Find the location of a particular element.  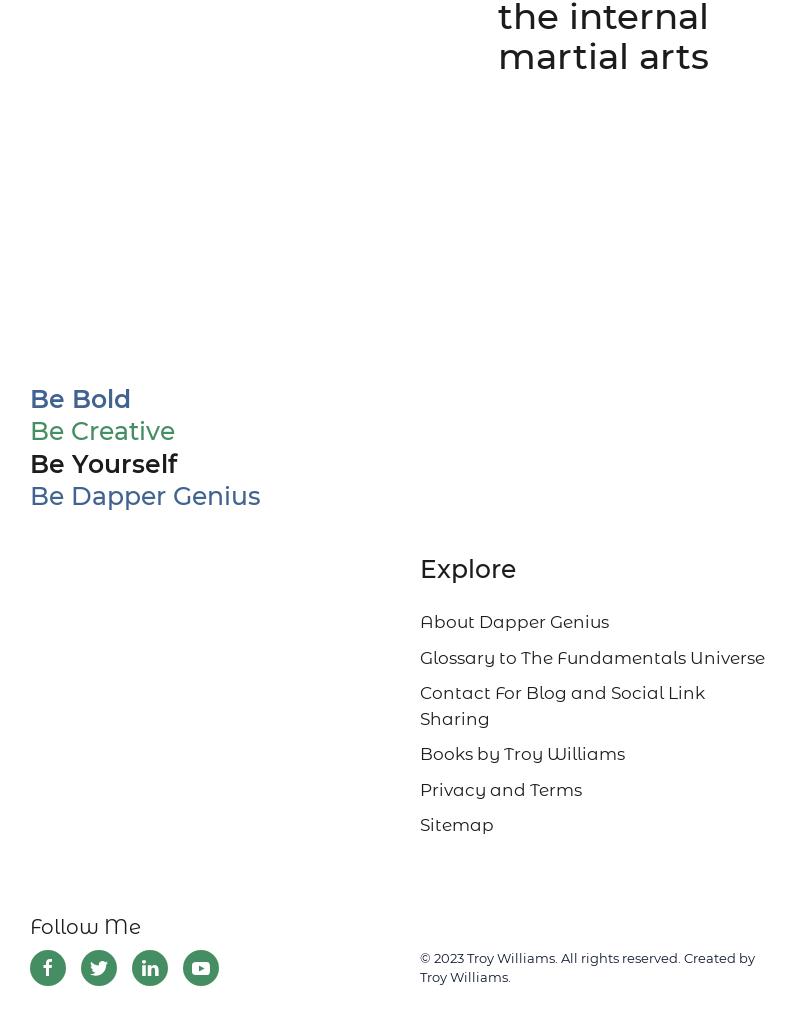

'Be Yourself' is located at coordinates (102, 463).